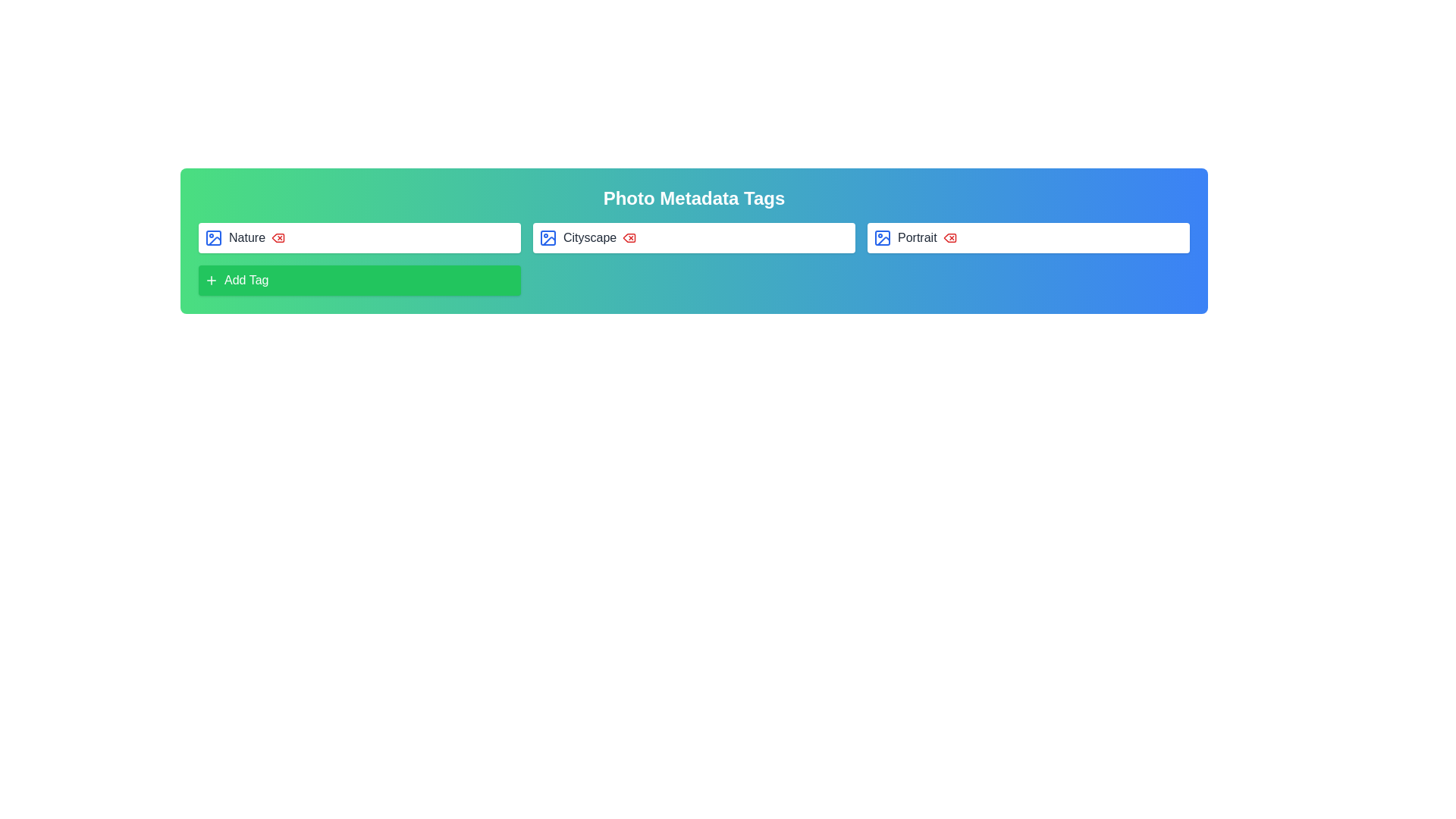 The image size is (1456, 819). What do you see at coordinates (629, 237) in the screenshot?
I see `the delete icon located immediately to the right of the 'Cityscape' label` at bounding box center [629, 237].